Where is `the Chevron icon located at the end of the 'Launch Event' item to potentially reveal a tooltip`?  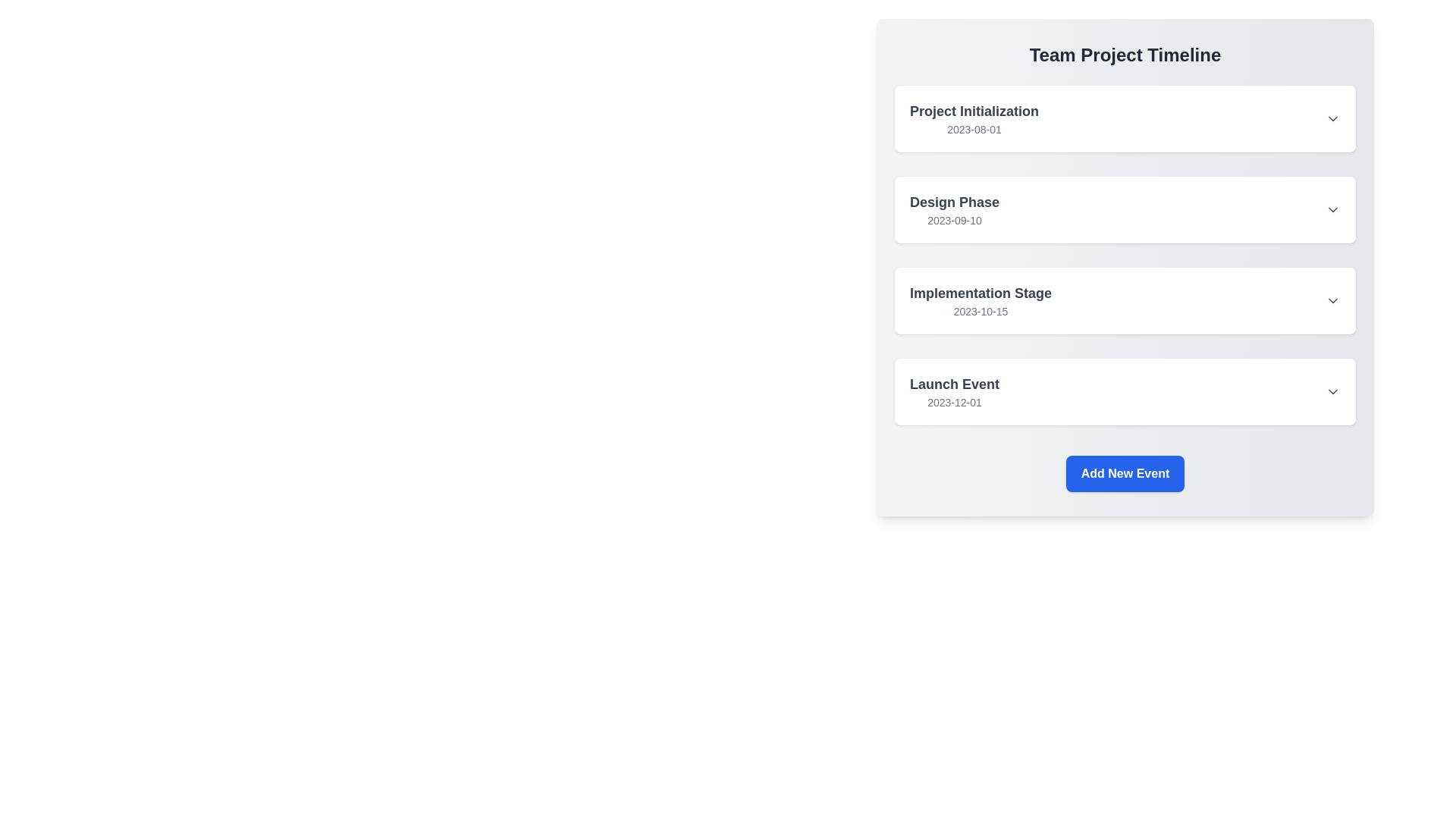 the Chevron icon located at the end of the 'Launch Event' item to potentially reveal a tooltip is located at coordinates (1332, 391).